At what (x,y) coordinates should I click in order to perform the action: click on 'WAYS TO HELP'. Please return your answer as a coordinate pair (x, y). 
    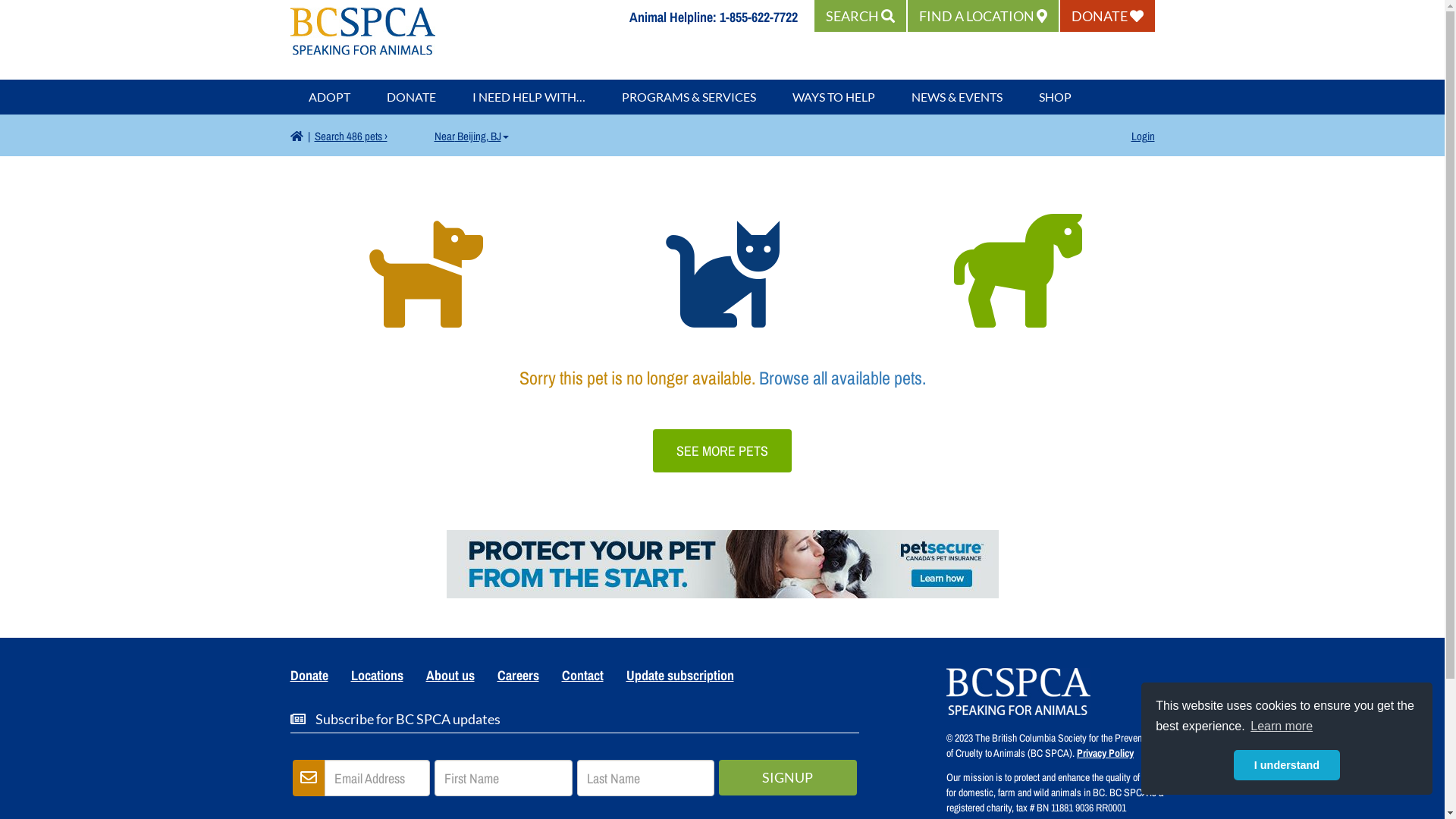
    Looking at the image, I should click on (832, 96).